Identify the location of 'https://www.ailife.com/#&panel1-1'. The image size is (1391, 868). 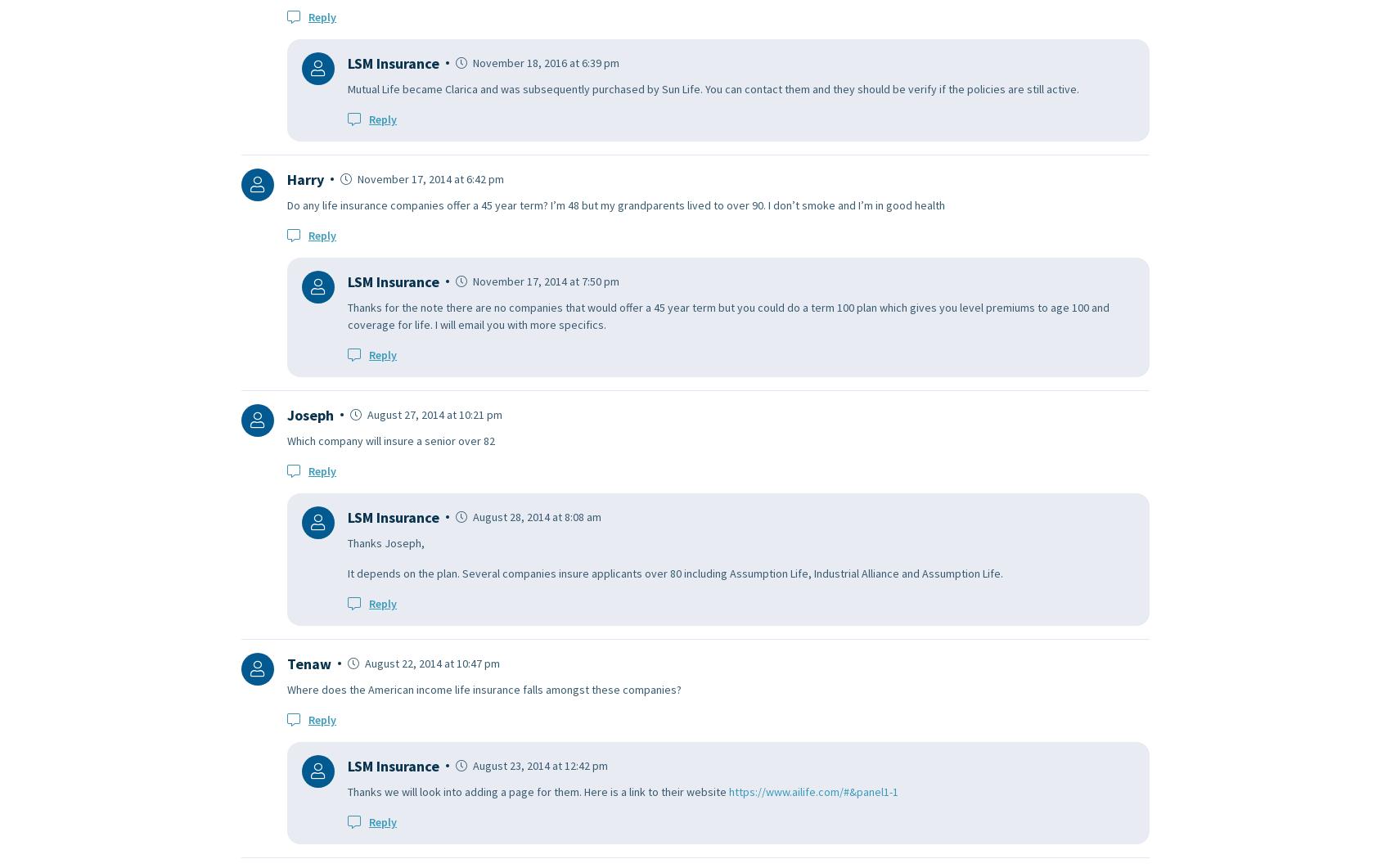
(813, 789).